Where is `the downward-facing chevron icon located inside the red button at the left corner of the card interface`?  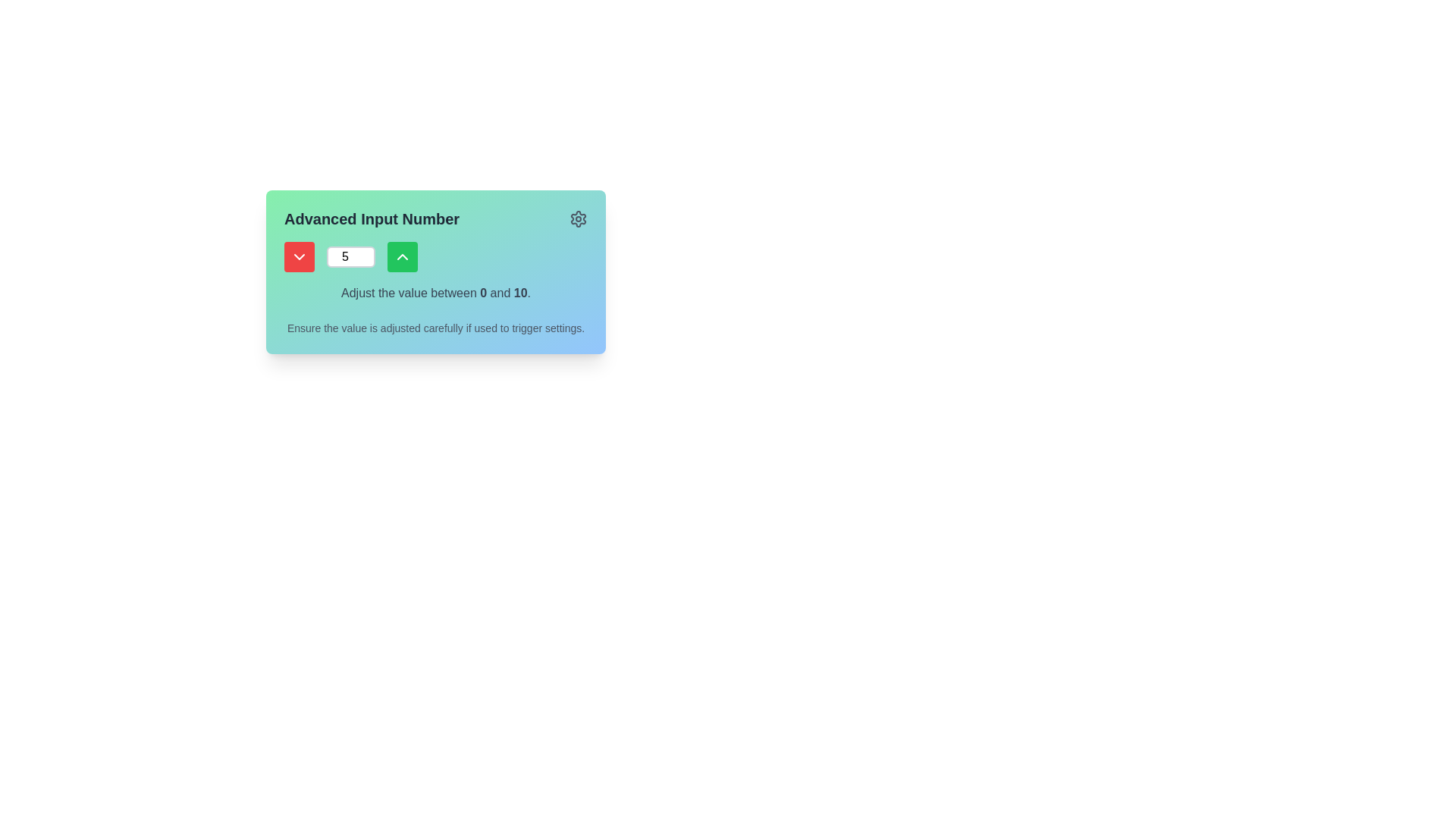
the downward-facing chevron icon located inside the red button at the left corner of the card interface is located at coordinates (299, 256).